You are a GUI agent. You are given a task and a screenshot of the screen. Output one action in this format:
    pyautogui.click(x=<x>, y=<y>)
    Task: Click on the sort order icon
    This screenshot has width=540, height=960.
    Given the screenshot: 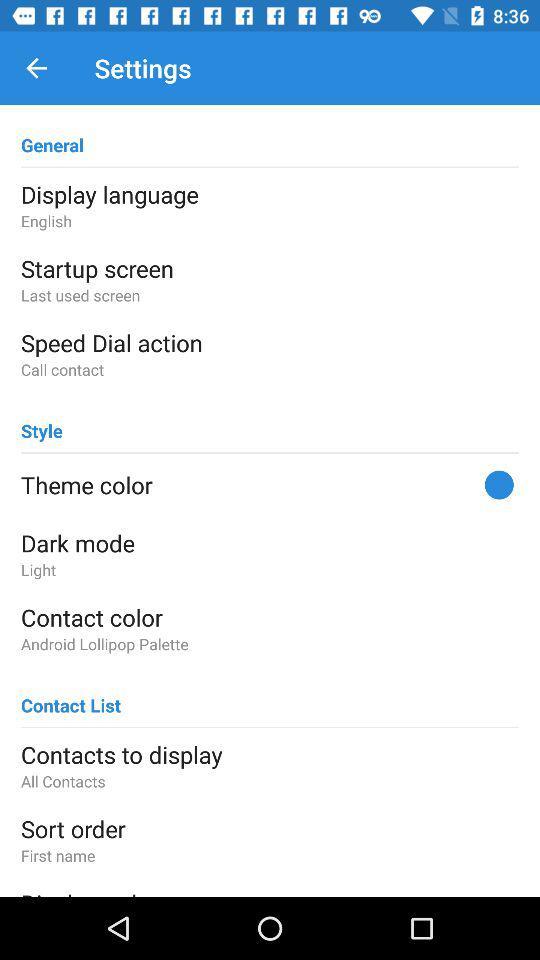 What is the action you would take?
    pyautogui.click(x=270, y=828)
    